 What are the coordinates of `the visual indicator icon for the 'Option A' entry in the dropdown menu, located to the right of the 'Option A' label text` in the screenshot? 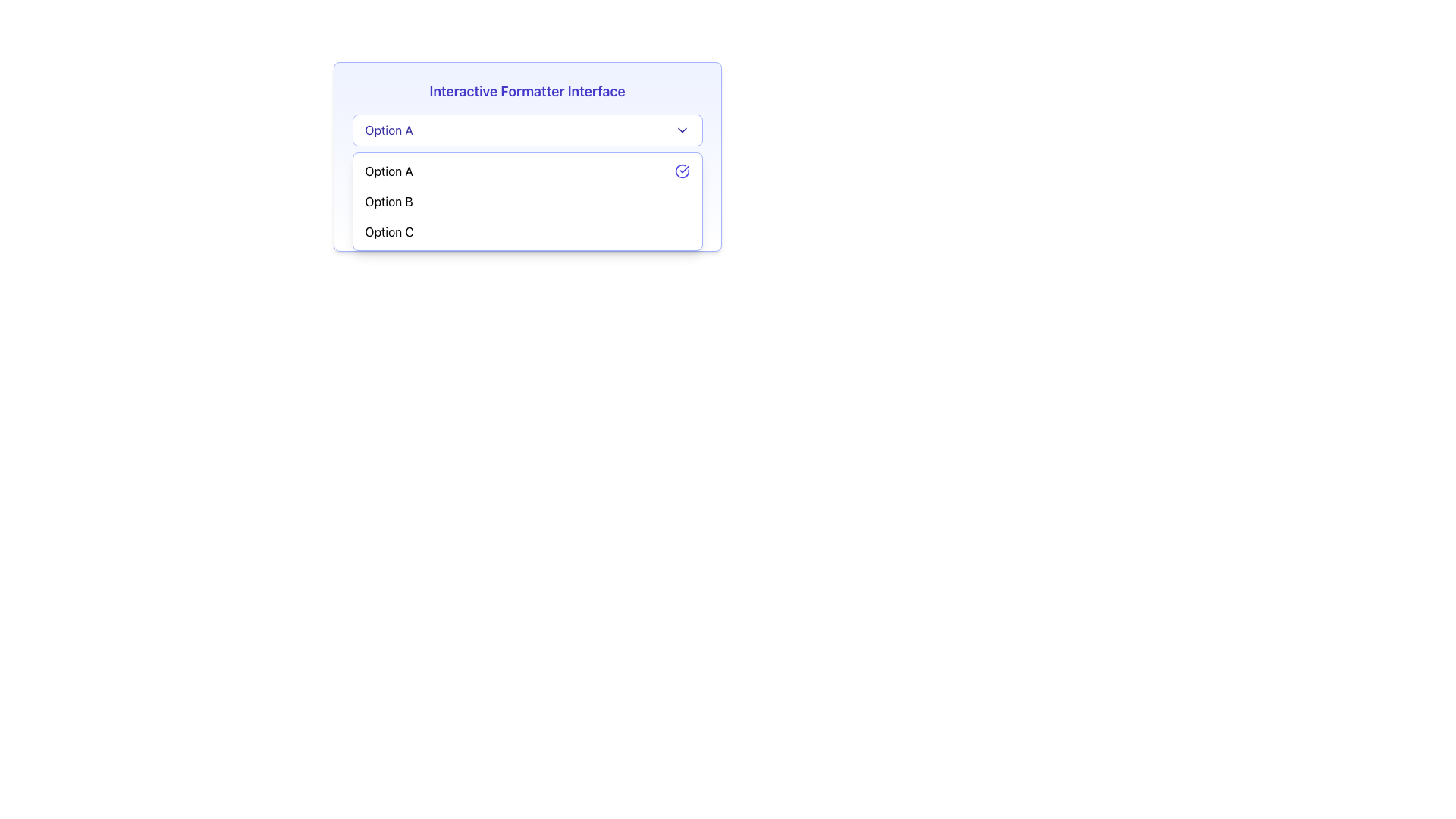 It's located at (681, 171).